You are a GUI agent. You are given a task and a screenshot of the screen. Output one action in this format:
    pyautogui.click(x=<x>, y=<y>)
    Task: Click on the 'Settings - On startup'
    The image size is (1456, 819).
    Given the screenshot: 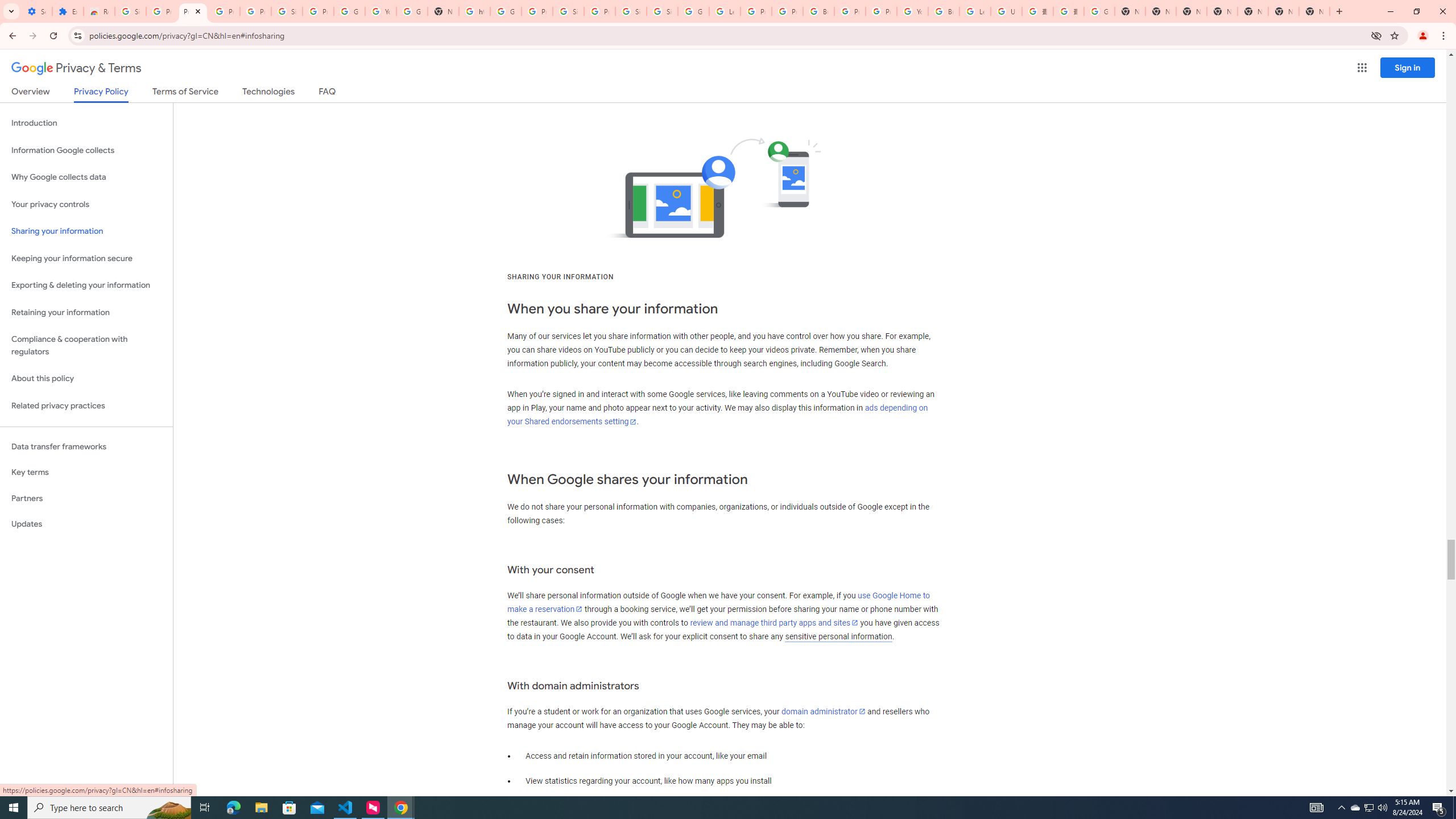 What is the action you would take?
    pyautogui.click(x=36, y=11)
    